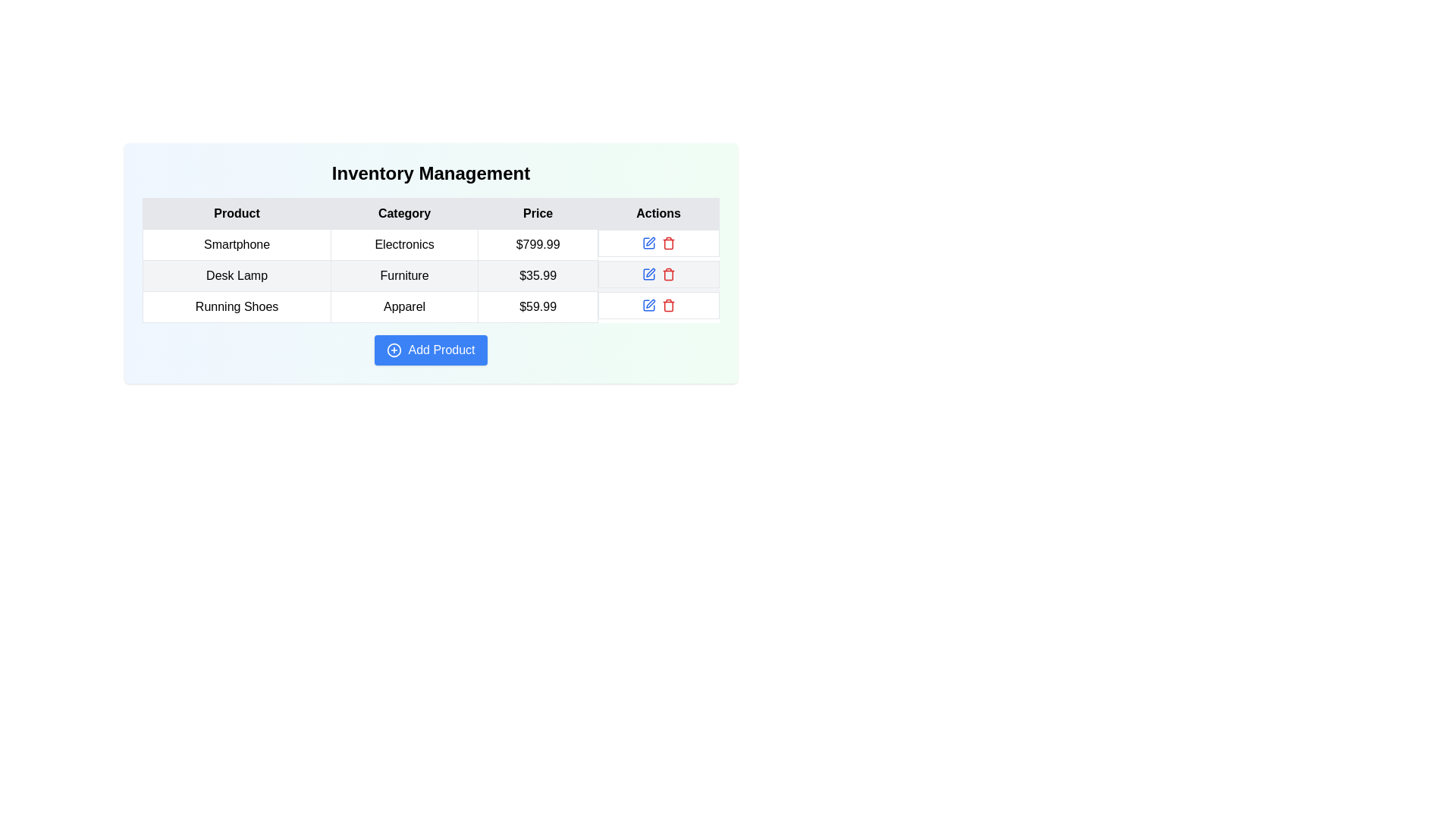 This screenshot has height=819, width=1456. What do you see at coordinates (430, 262) in the screenshot?
I see `the Table cell under the 'Category' column` at bounding box center [430, 262].